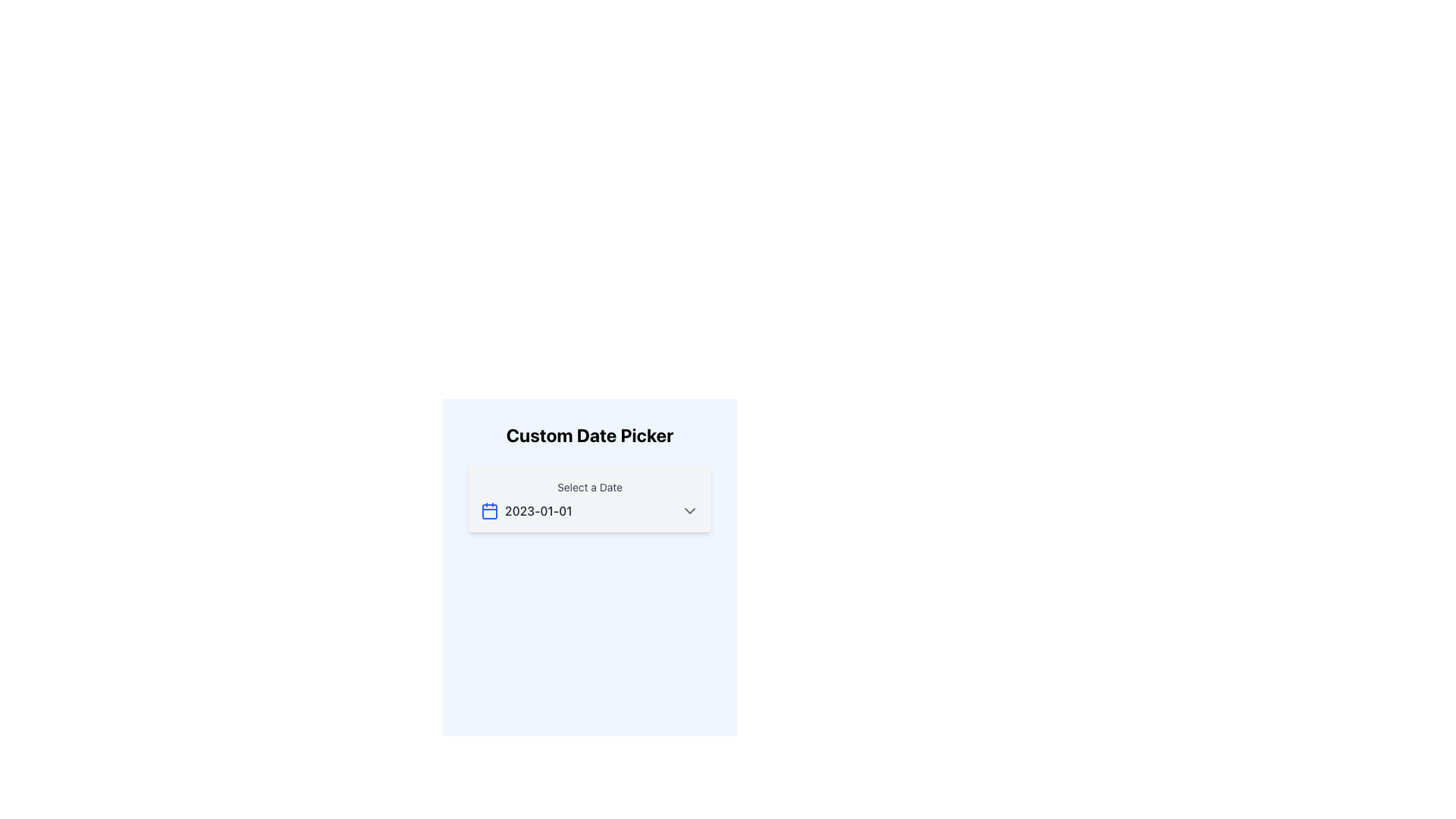 The width and height of the screenshot is (1456, 819). Describe the element at coordinates (588, 511) in the screenshot. I see `the clickable date-selection row displaying the date '2023-01-01'` at that location.